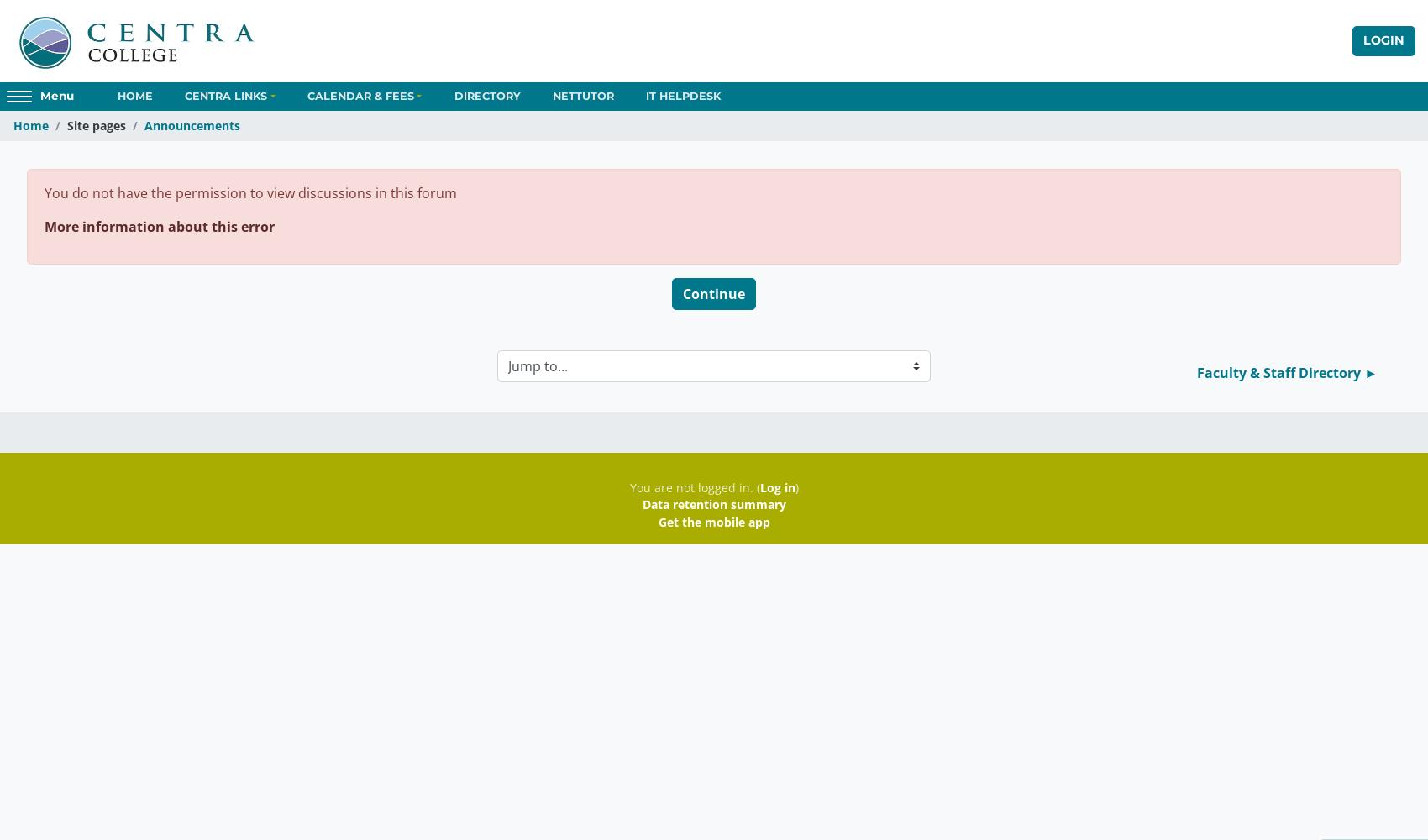 The width and height of the screenshot is (1428, 840). What do you see at coordinates (372, 139) in the screenshot?
I see `'2022-2023 Academic Calendars'` at bounding box center [372, 139].